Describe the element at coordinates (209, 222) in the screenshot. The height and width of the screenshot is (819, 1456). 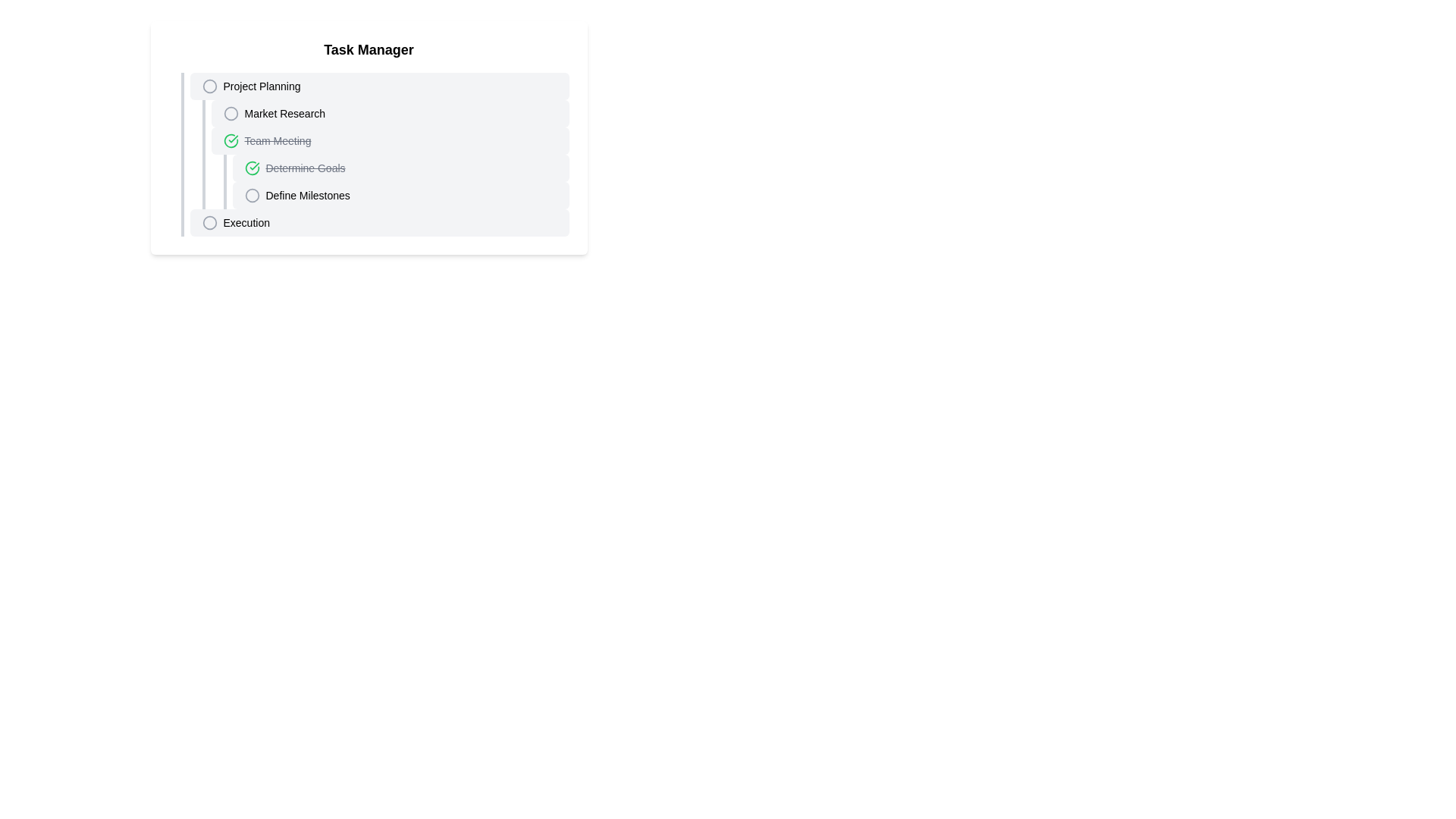
I see `the status indicator icon (circle with center dot) located under the 'Execution' task label in the Task Manager interface` at that location.